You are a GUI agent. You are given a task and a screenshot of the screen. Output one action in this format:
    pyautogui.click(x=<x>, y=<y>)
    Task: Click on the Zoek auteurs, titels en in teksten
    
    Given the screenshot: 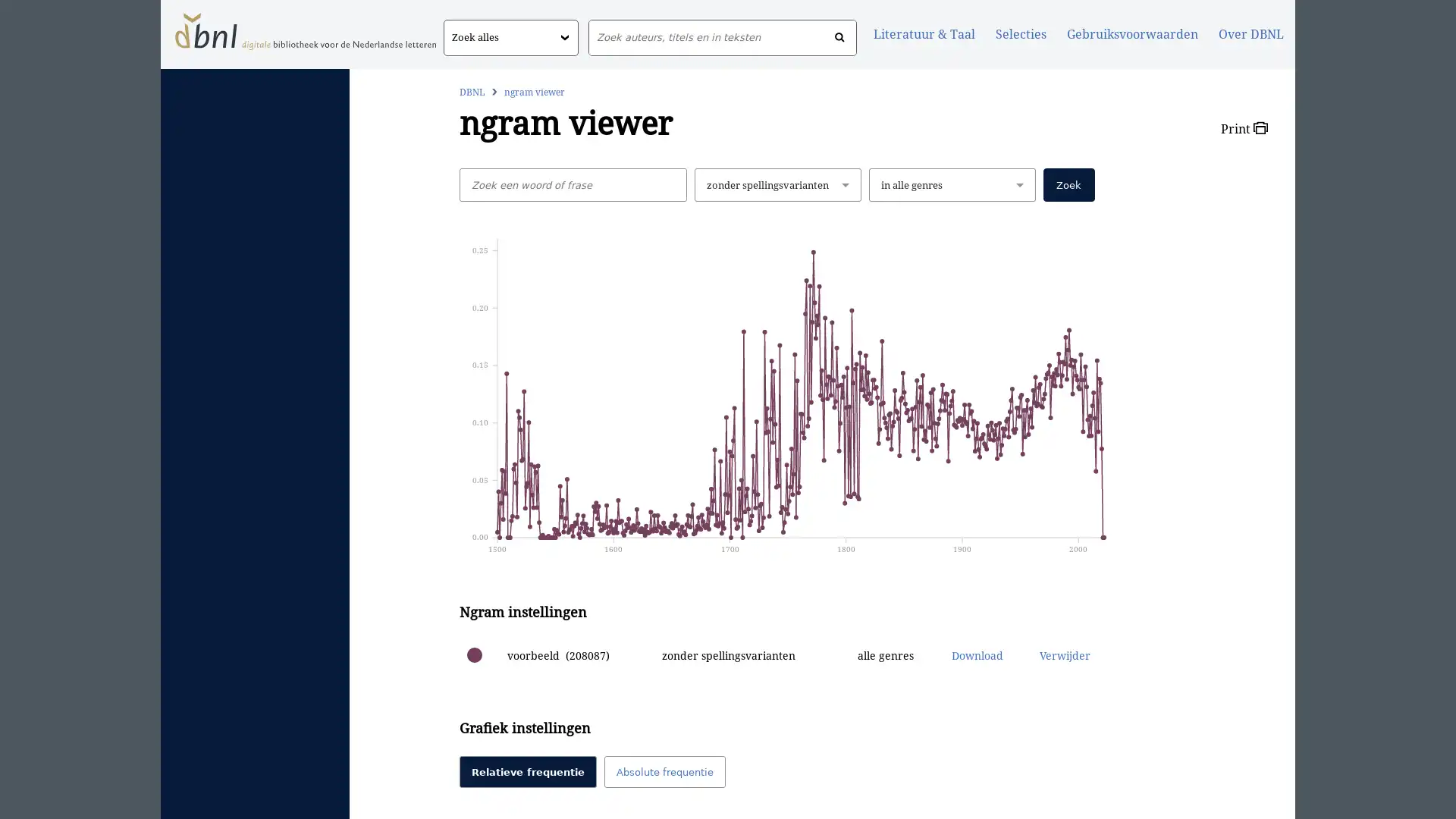 What is the action you would take?
    pyautogui.click(x=839, y=37)
    